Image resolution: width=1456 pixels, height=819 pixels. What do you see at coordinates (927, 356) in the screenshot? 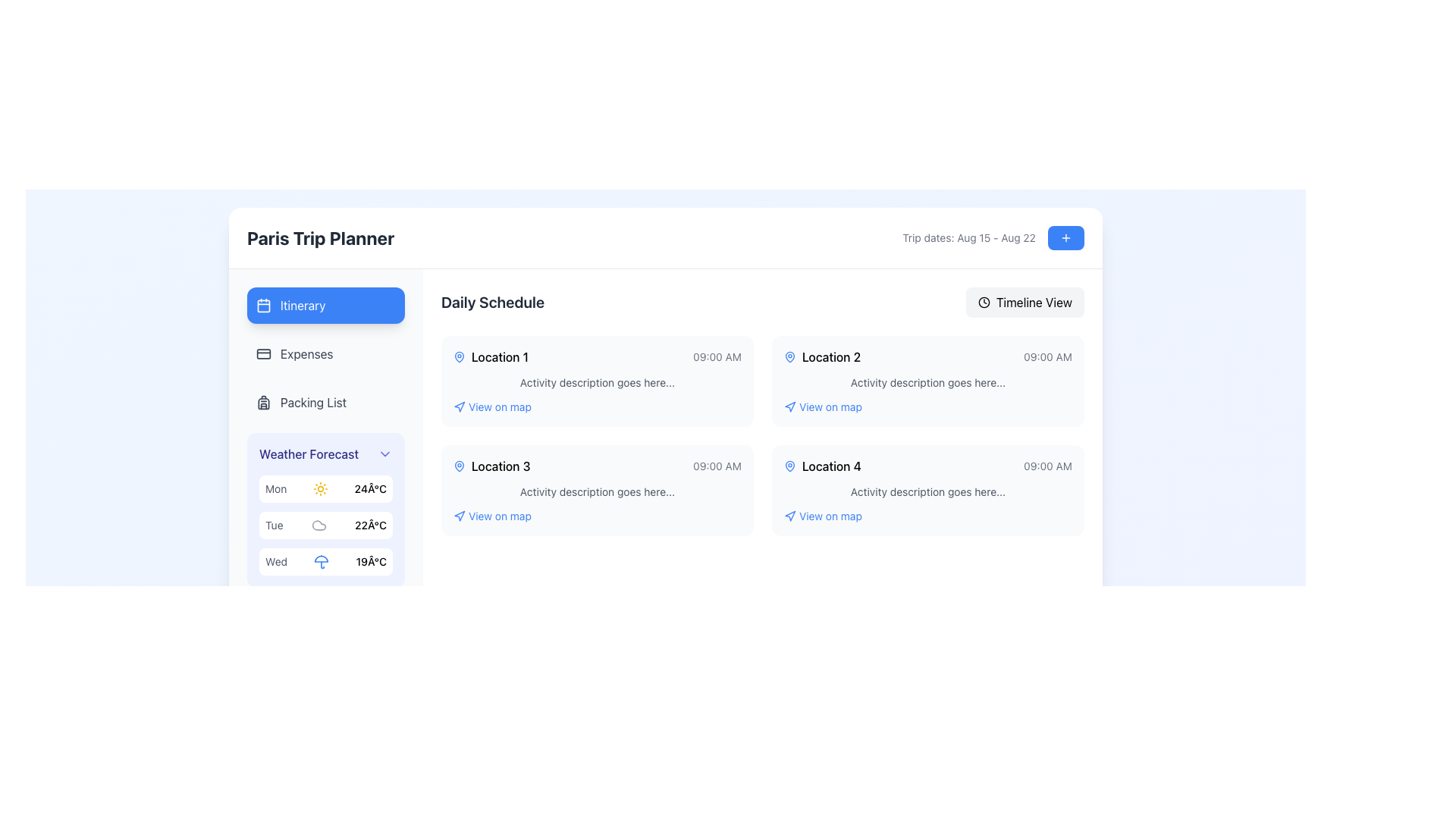
I see `the title and time display for the second location in the daily schedule, which is horizontally aligned with 'Location 2' and '09:00 AM'` at bounding box center [927, 356].